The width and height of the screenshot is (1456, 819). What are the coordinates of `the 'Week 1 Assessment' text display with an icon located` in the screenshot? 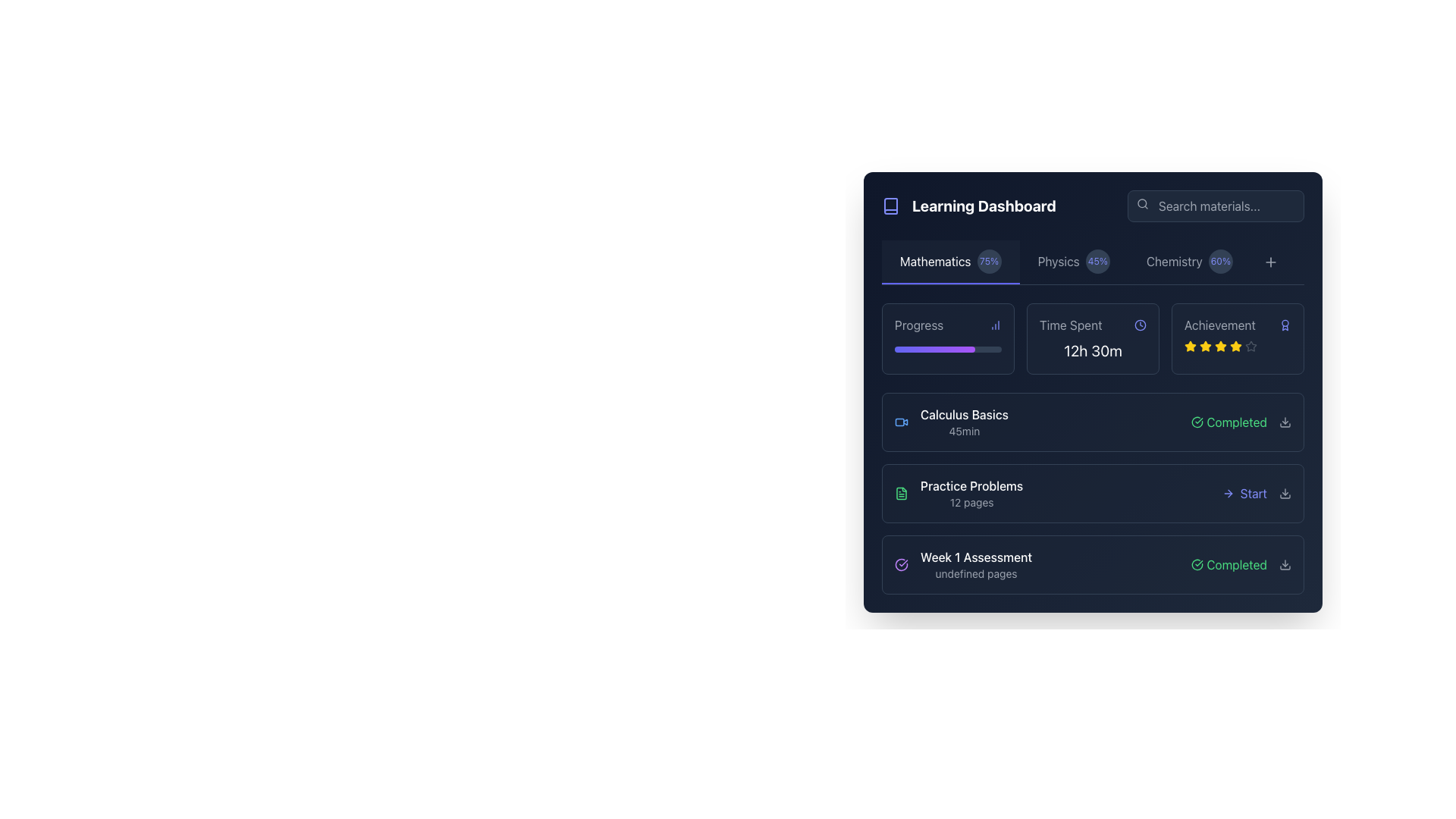 It's located at (962, 564).